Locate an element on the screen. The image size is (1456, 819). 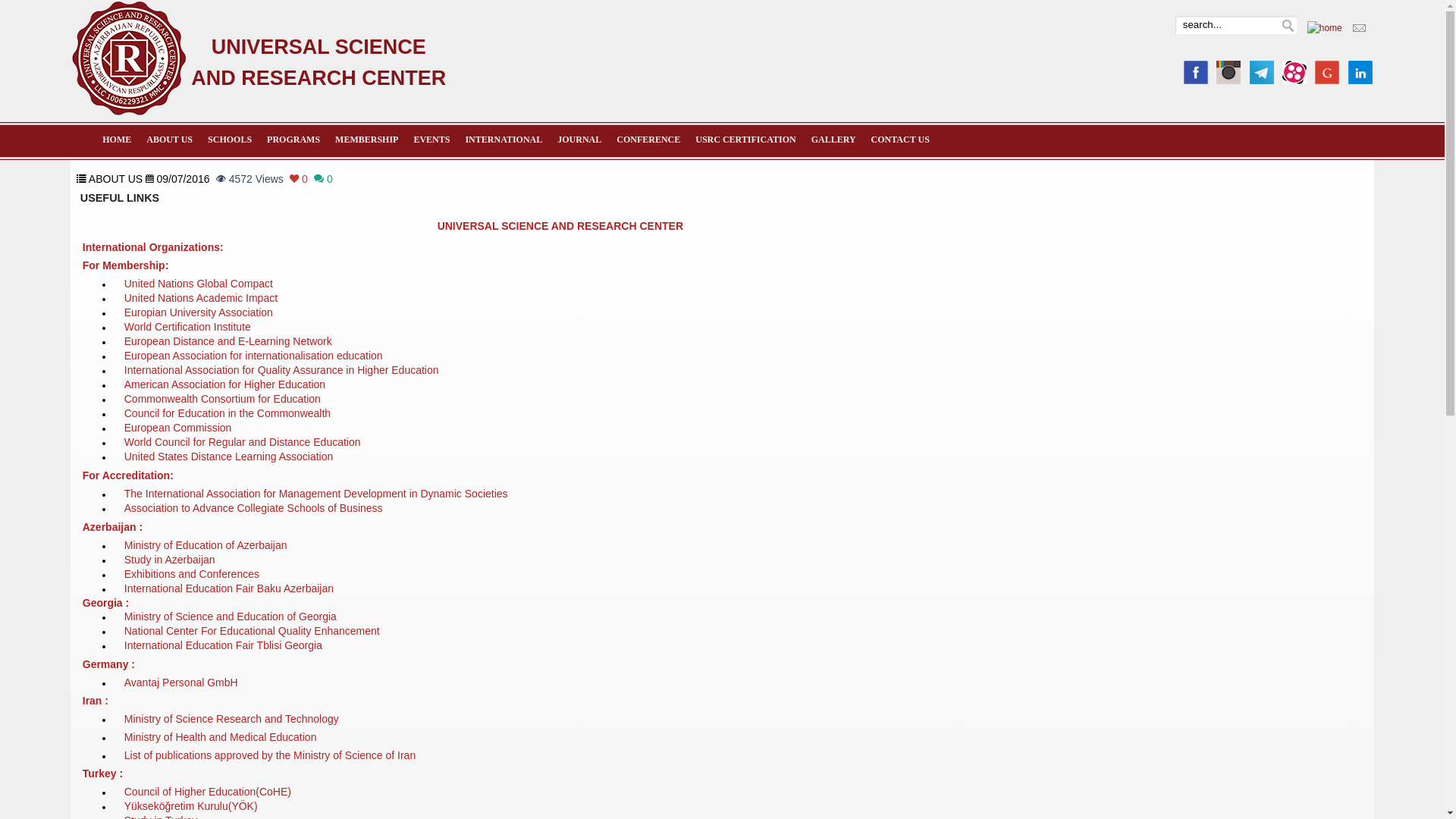
'ABOUT US' is located at coordinates (169, 140).